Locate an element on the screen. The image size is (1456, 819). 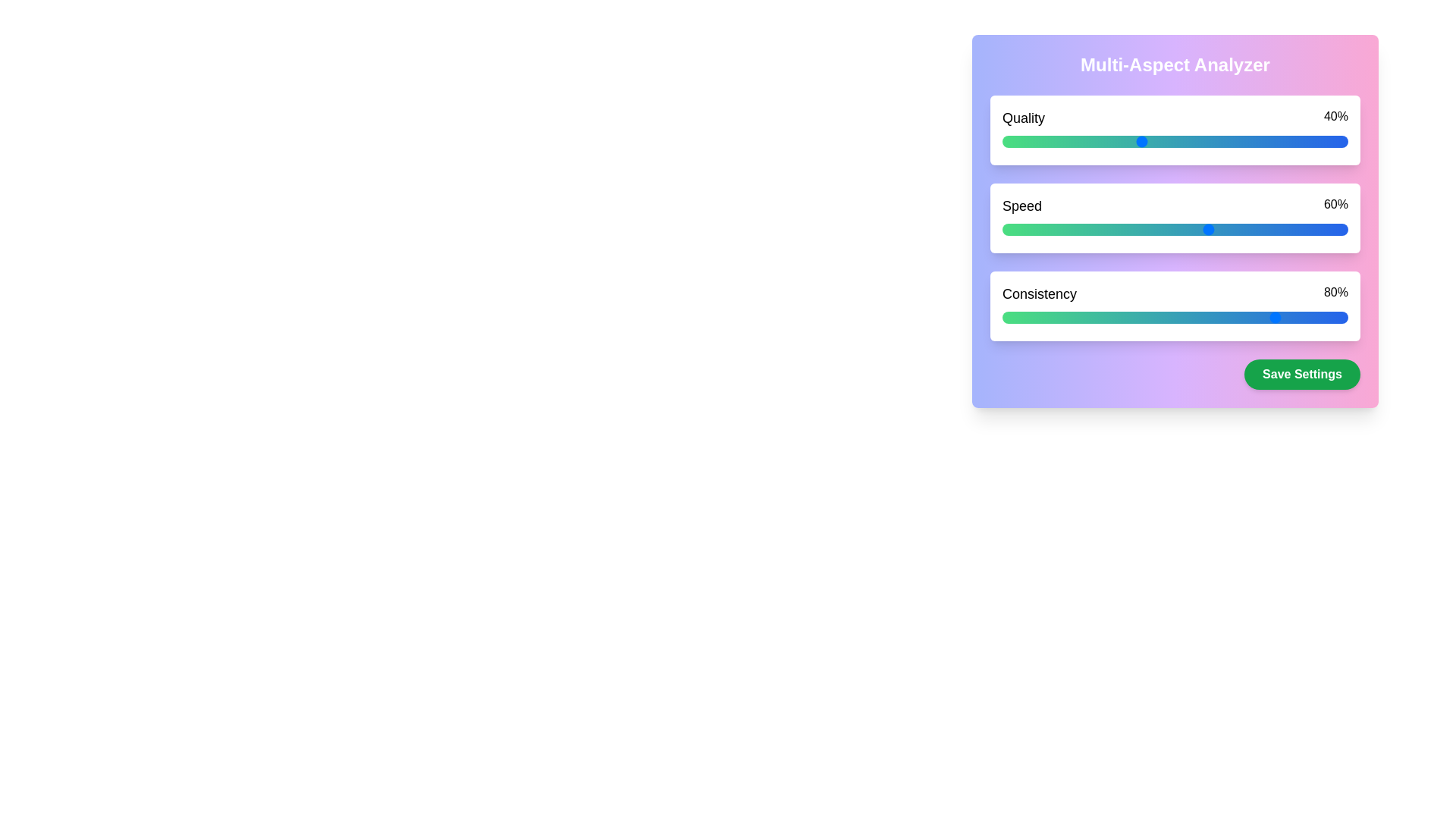
quality is located at coordinates (1282, 141).